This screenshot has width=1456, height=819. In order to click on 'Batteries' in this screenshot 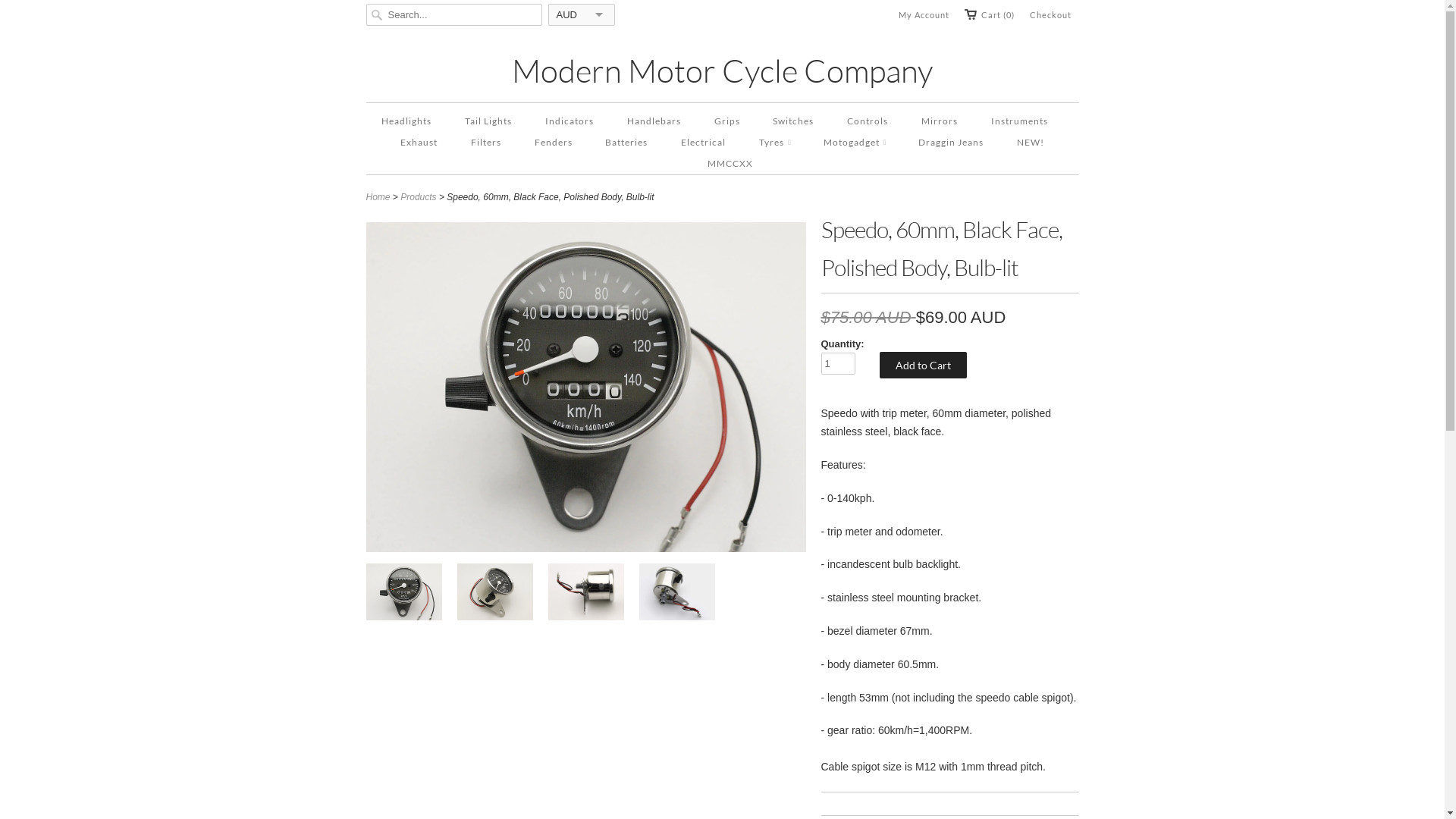, I will do `click(626, 143)`.